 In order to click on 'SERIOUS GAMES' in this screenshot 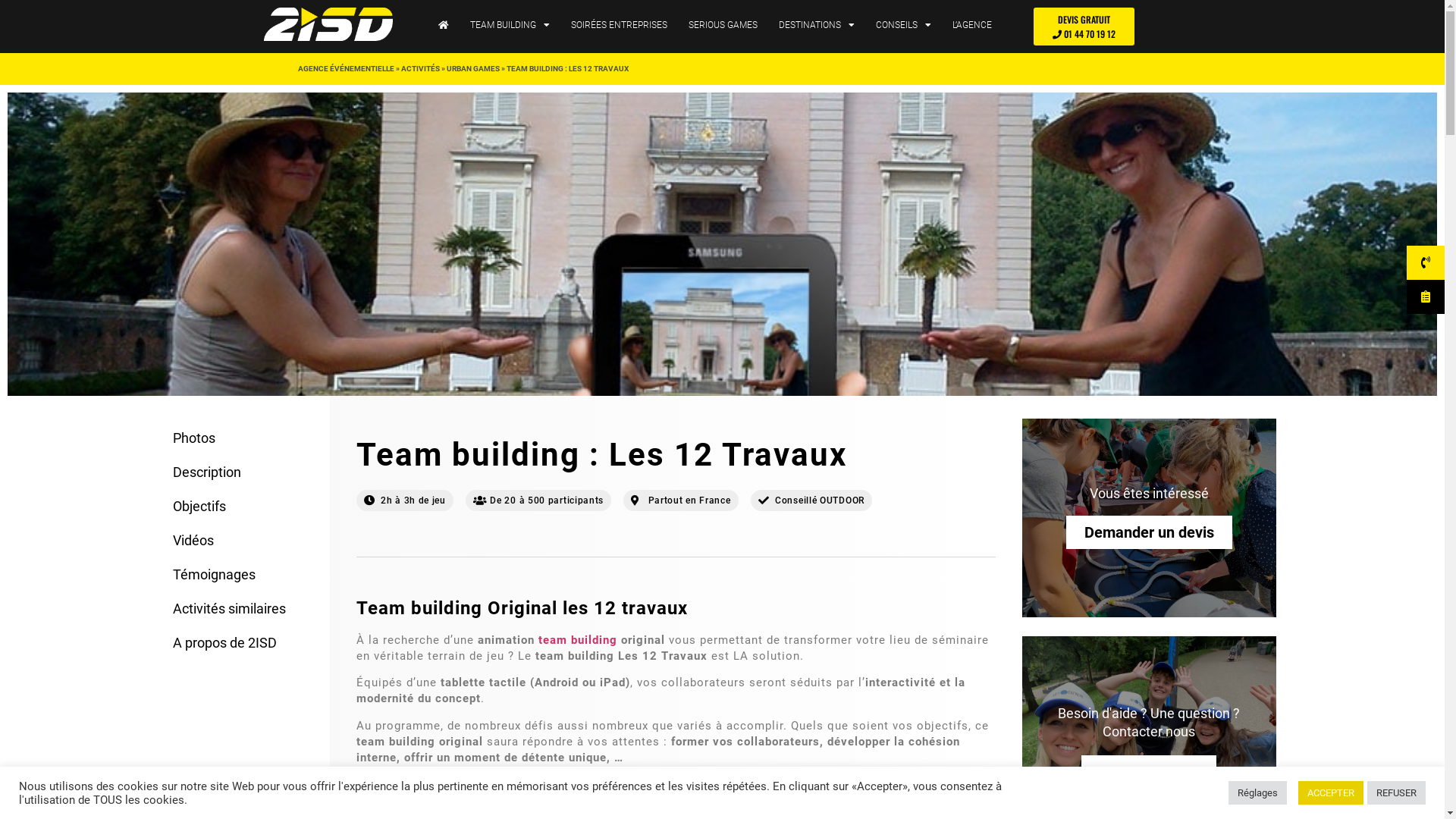, I will do `click(676, 25)`.